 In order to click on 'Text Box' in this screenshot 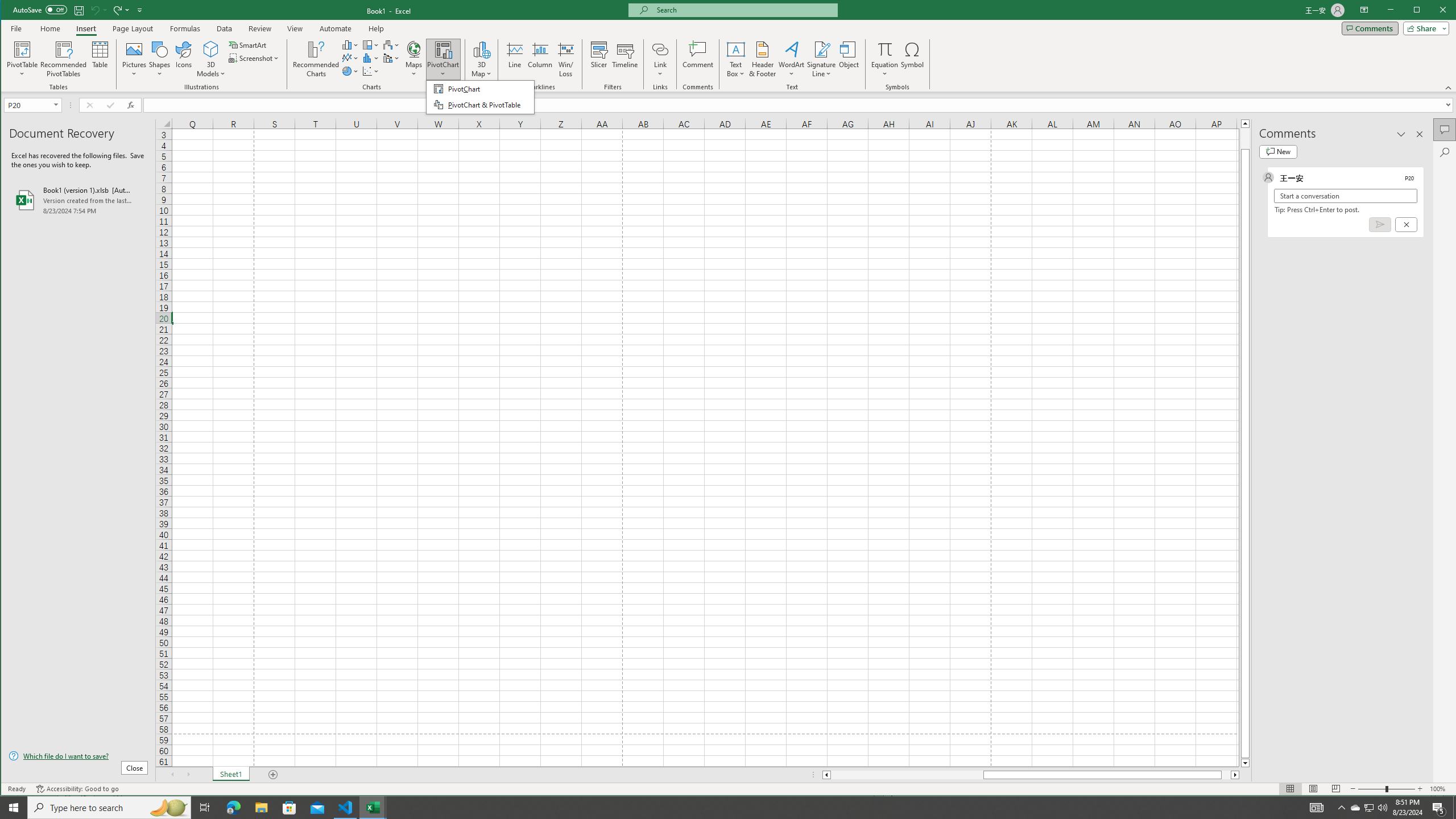, I will do `click(735, 59)`.